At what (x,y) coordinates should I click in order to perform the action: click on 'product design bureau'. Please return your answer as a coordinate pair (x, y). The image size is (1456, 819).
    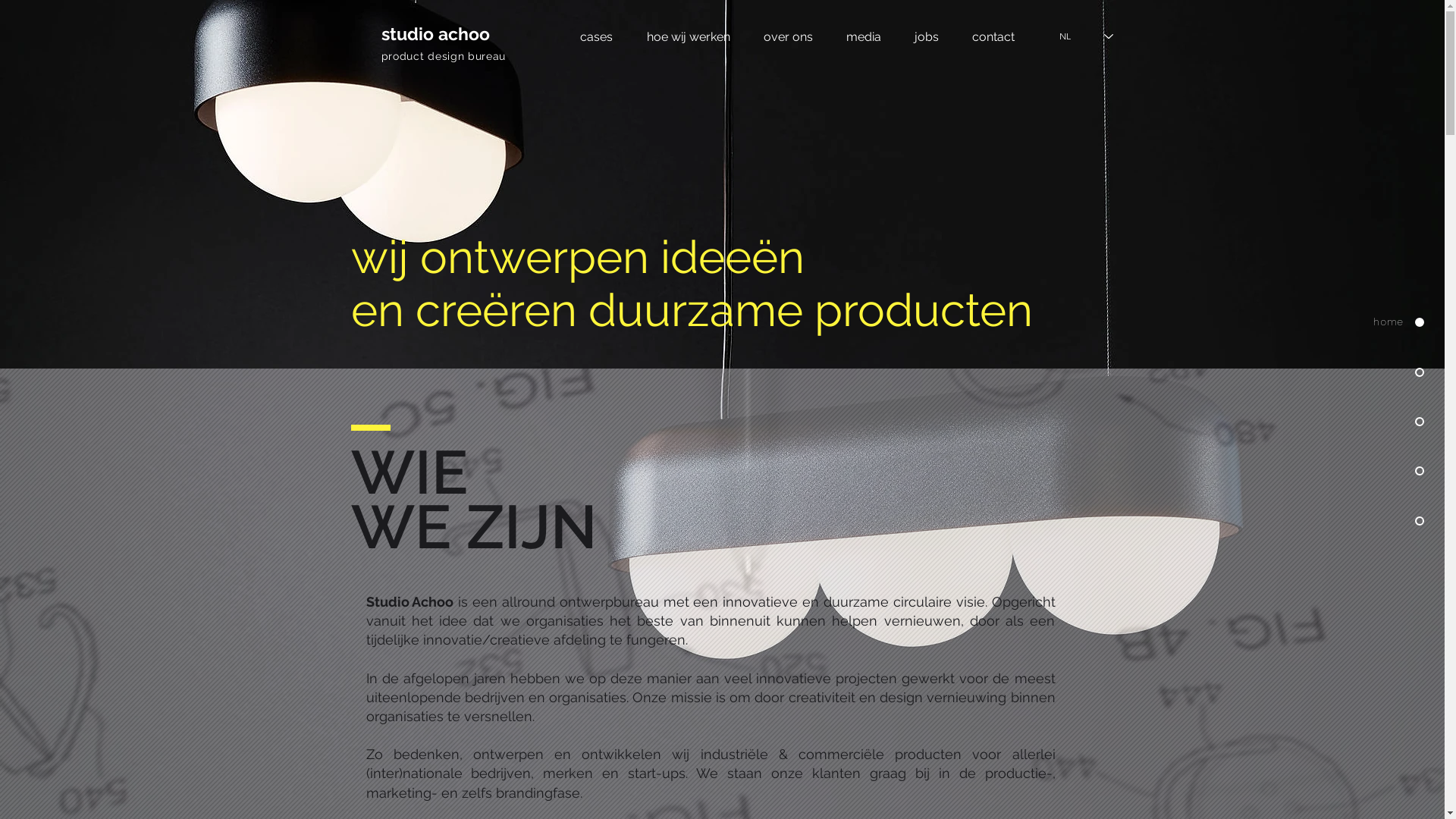
    Looking at the image, I should click on (442, 55).